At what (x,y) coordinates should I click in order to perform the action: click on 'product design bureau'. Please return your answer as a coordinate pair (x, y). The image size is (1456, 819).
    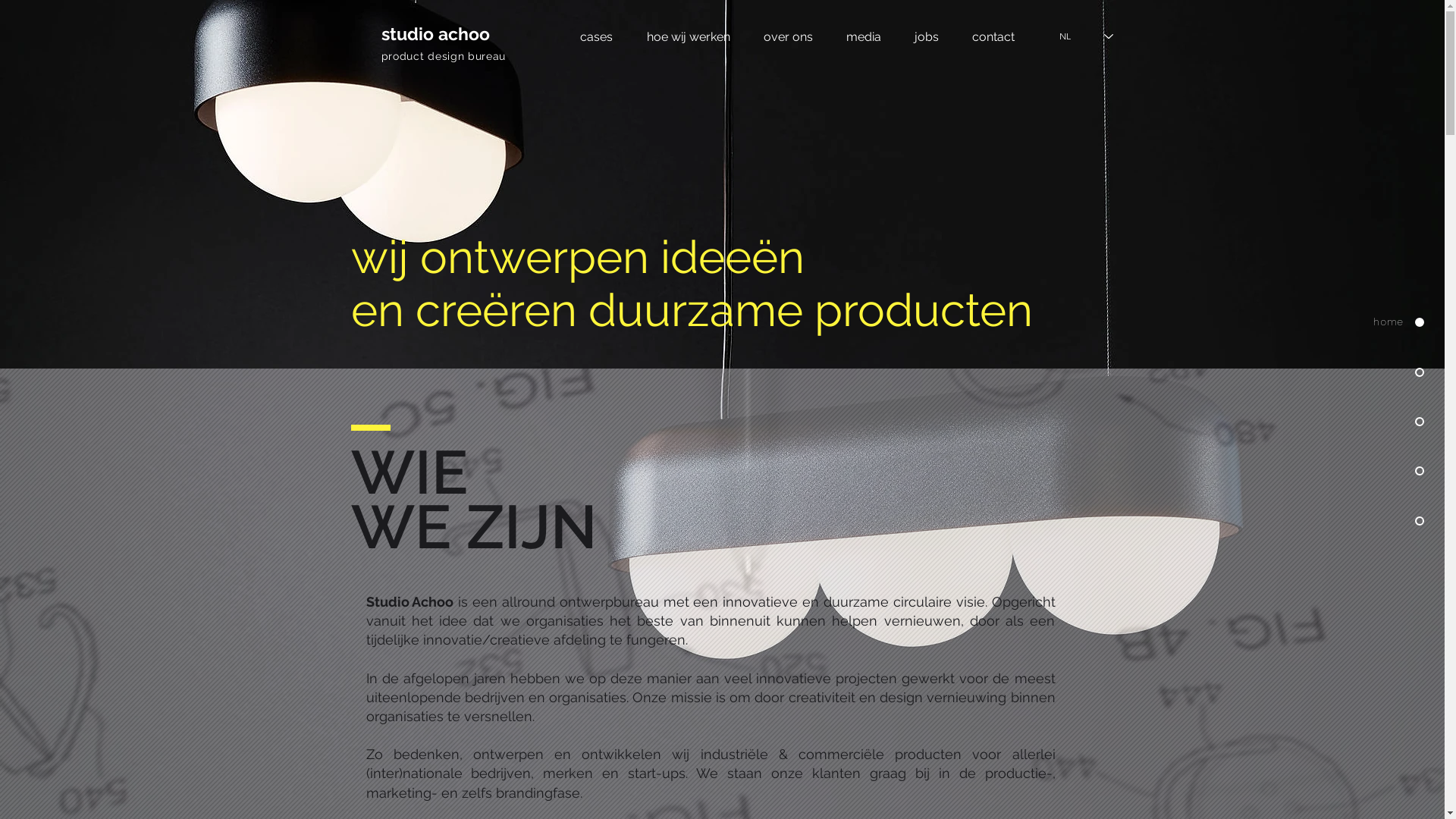
    Looking at the image, I should click on (442, 55).